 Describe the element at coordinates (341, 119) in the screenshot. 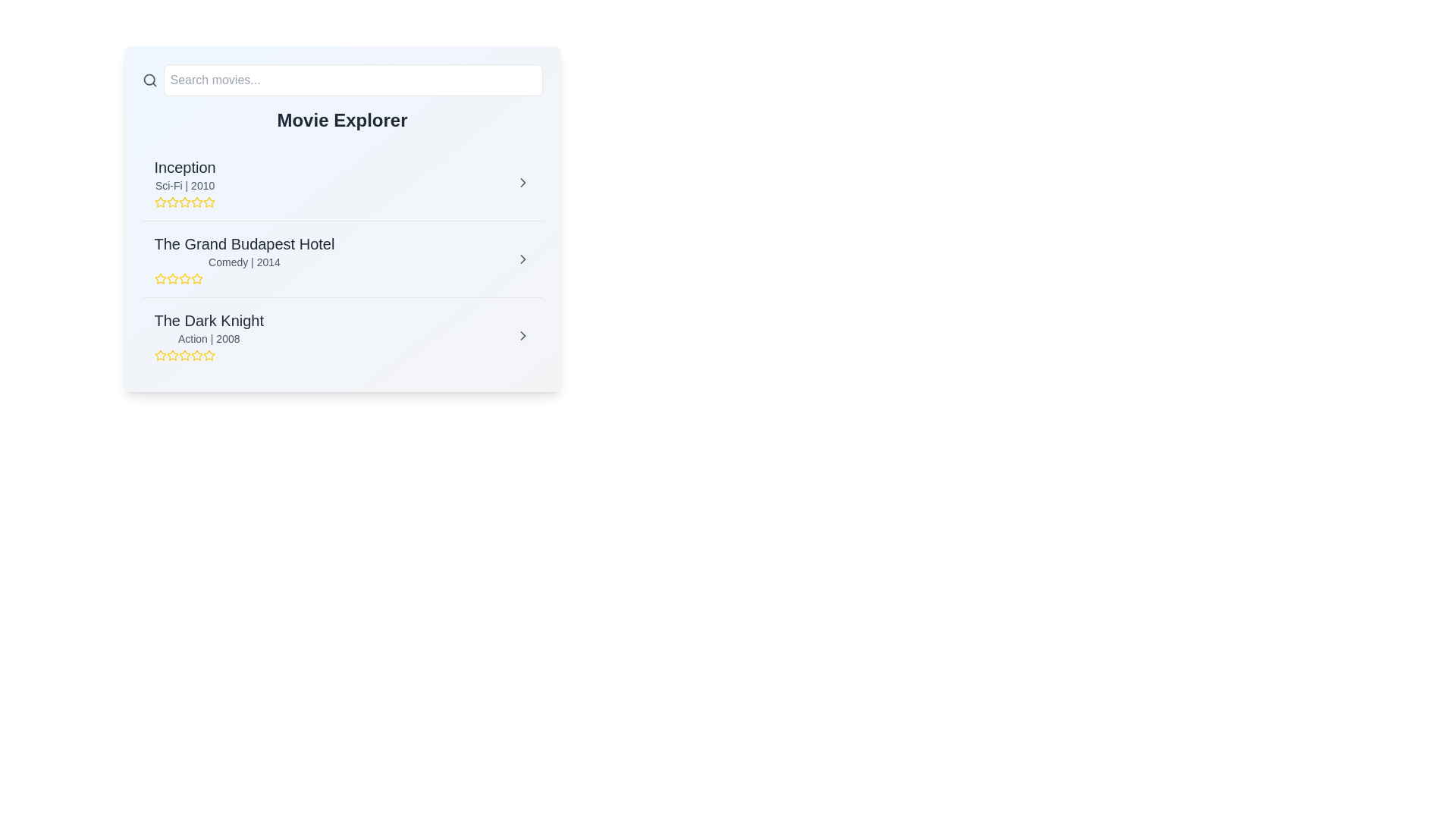

I see `the header text 'Movie Explorer'` at that location.